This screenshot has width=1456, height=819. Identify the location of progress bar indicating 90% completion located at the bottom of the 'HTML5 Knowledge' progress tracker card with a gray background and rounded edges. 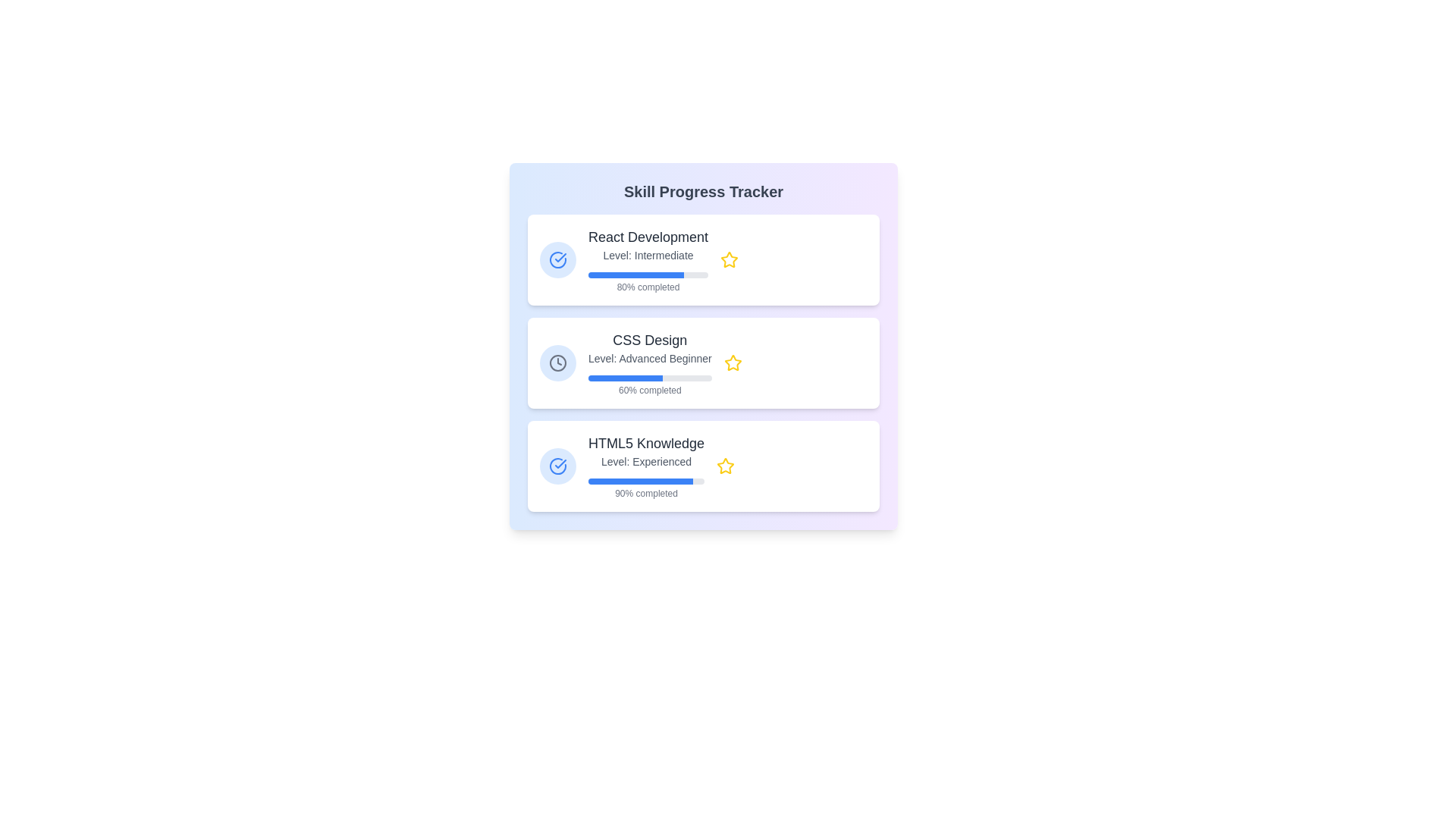
(640, 482).